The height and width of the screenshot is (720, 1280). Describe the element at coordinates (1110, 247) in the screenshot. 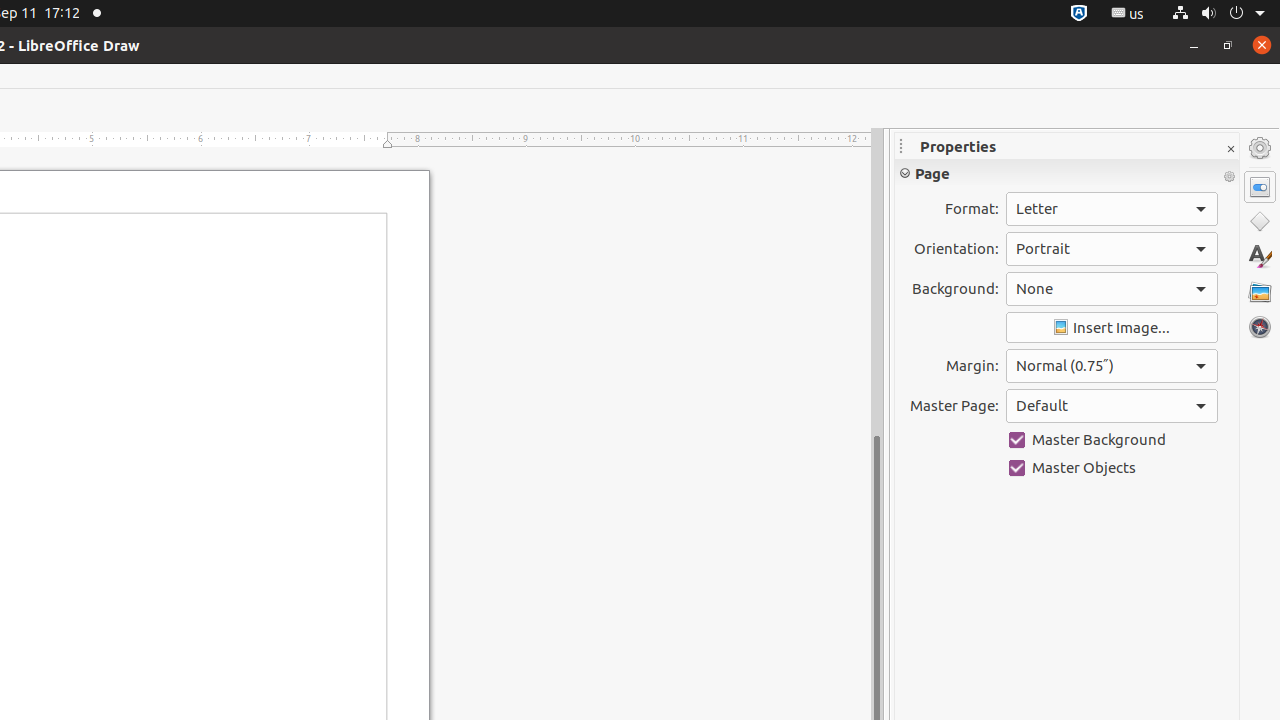

I see `'Orientation:'` at that location.